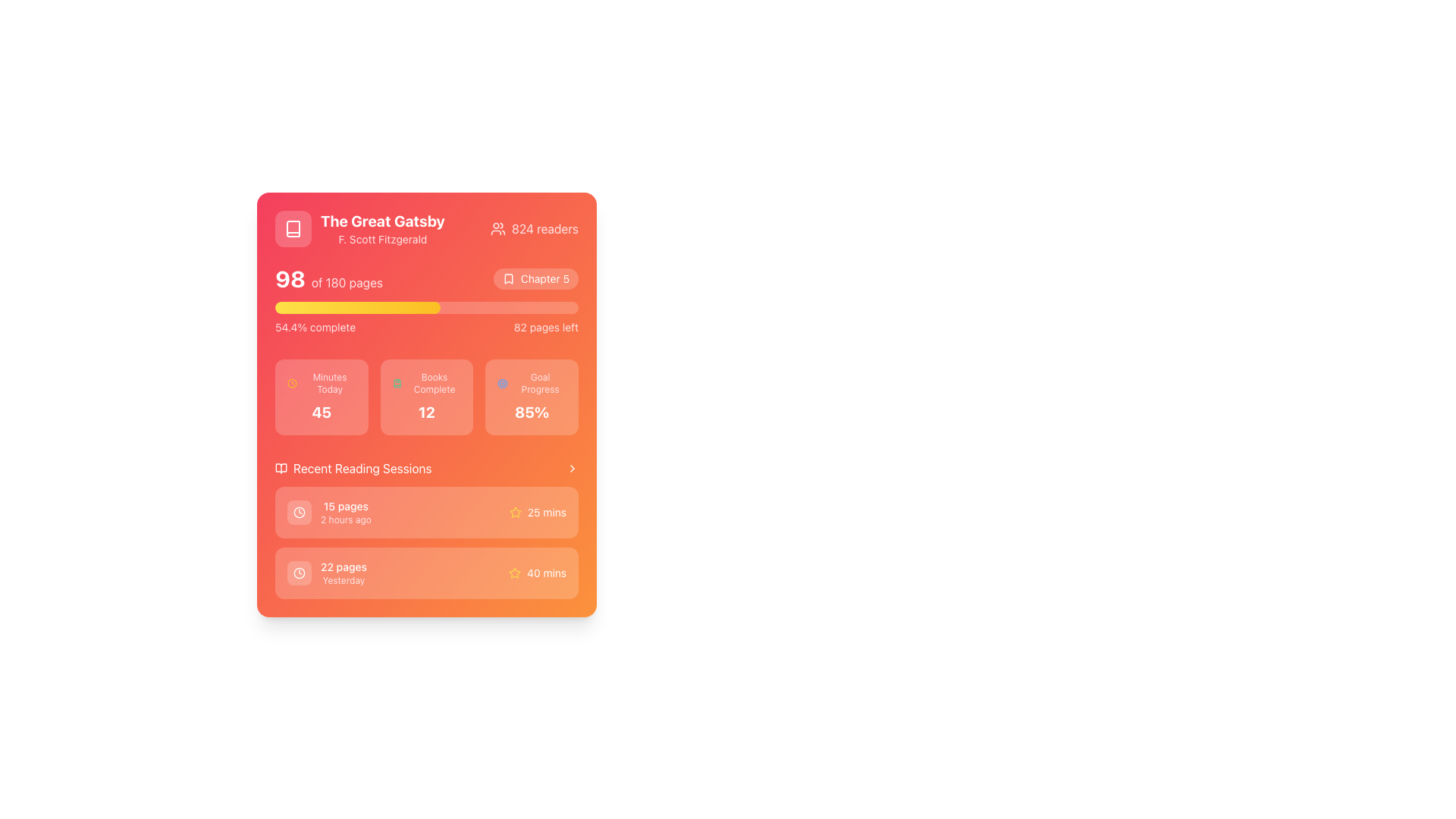 The width and height of the screenshot is (1456, 819). What do you see at coordinates (345, 519) in the screenshot?
I see `text label displaying '2 hours ago' located below '15 pages' in the 'Recent Reading Sessions' panel` at bounding box center [345, 519].